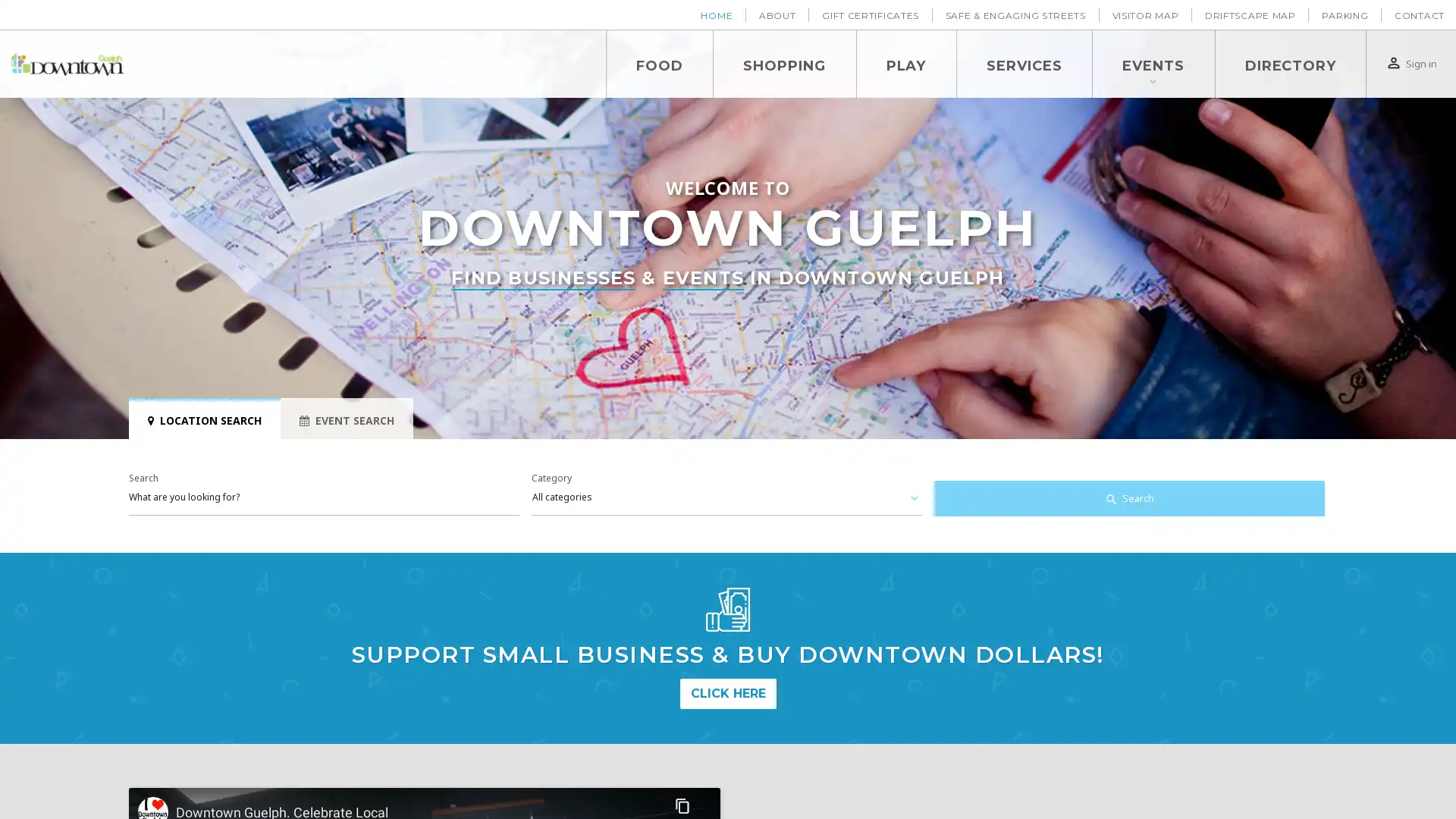 Image resolution: width=1456 pixels, height=819 pixels. I want to click on CLICK HERE, so click(726, 693).